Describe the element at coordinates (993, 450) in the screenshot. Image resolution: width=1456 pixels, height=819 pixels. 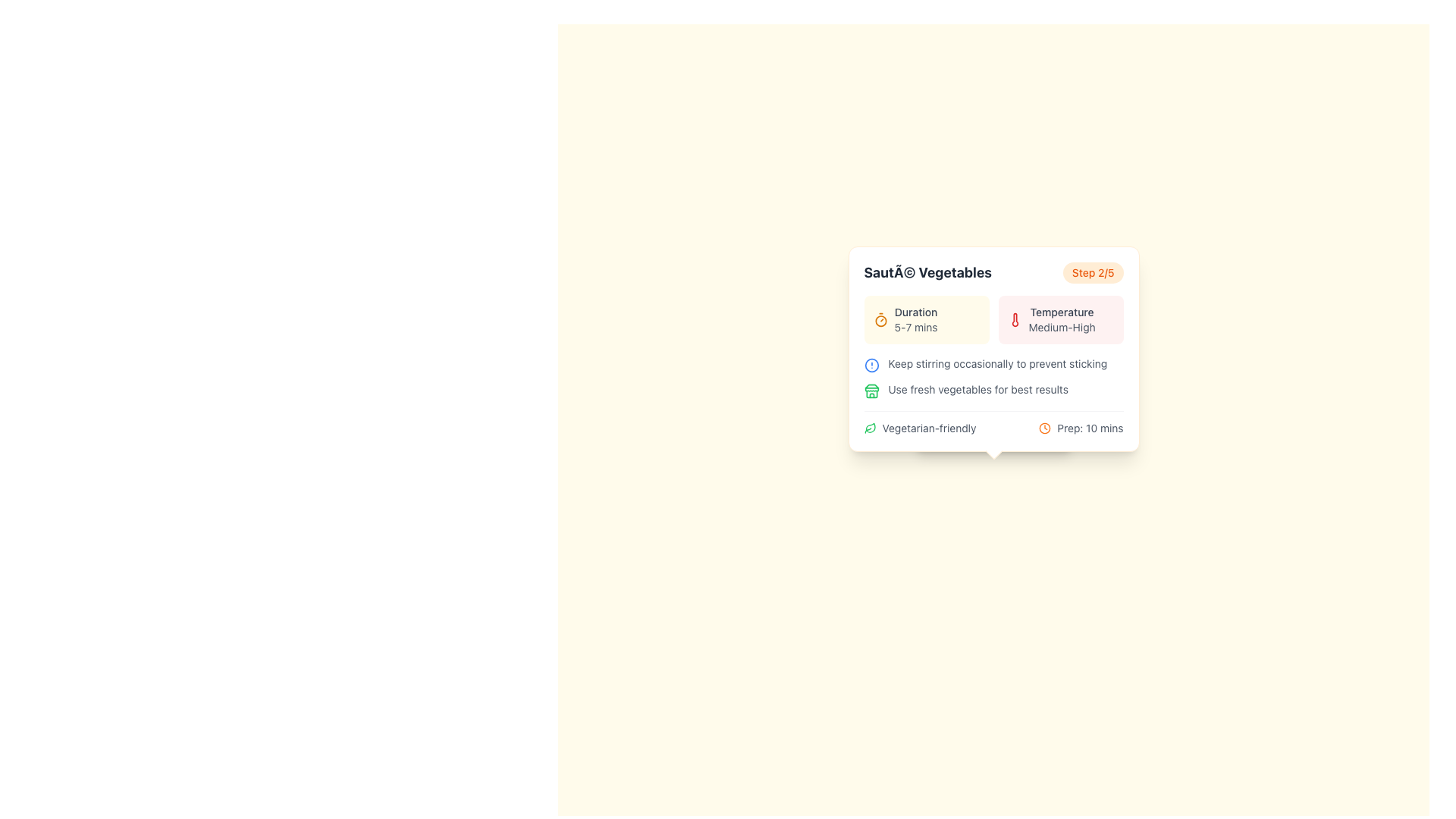
I see `the decorative pointer or indicator, which is a small square with a white background and light orange borders, located below the 'Vegetarian-friendly Prep: 10 mins' information section in the 'Sauté Vegetables Step 2/5' modal` at that location.